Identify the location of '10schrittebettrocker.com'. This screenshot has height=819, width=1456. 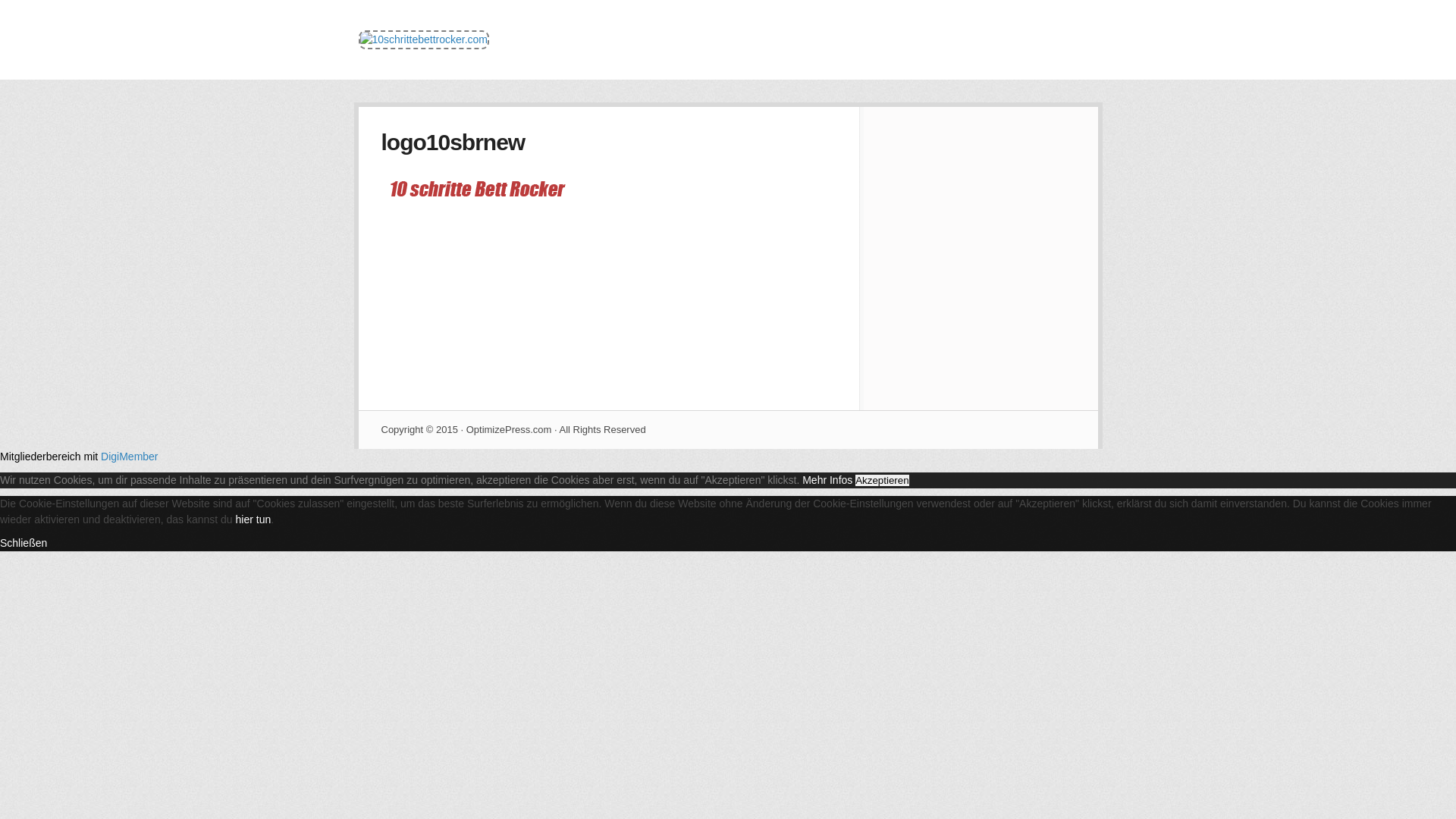
(423, 38).